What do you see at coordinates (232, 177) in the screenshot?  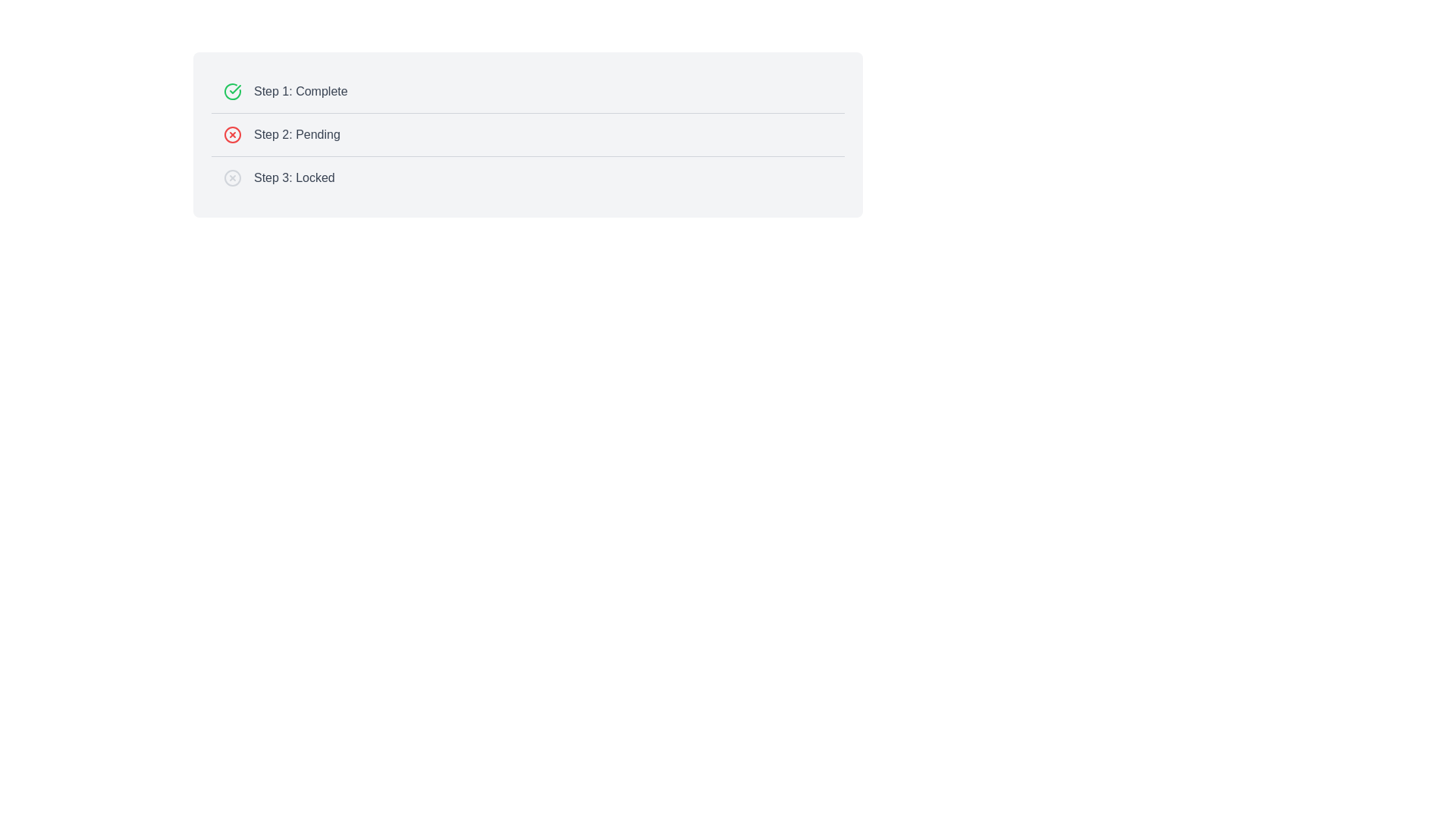 I see `the Status icon, which is a circular icon with a cross mark inside, styled with a thin stroke and light gray color, located to the left of the text 'Step 3: Locked'` at bounding box center [232, 177].